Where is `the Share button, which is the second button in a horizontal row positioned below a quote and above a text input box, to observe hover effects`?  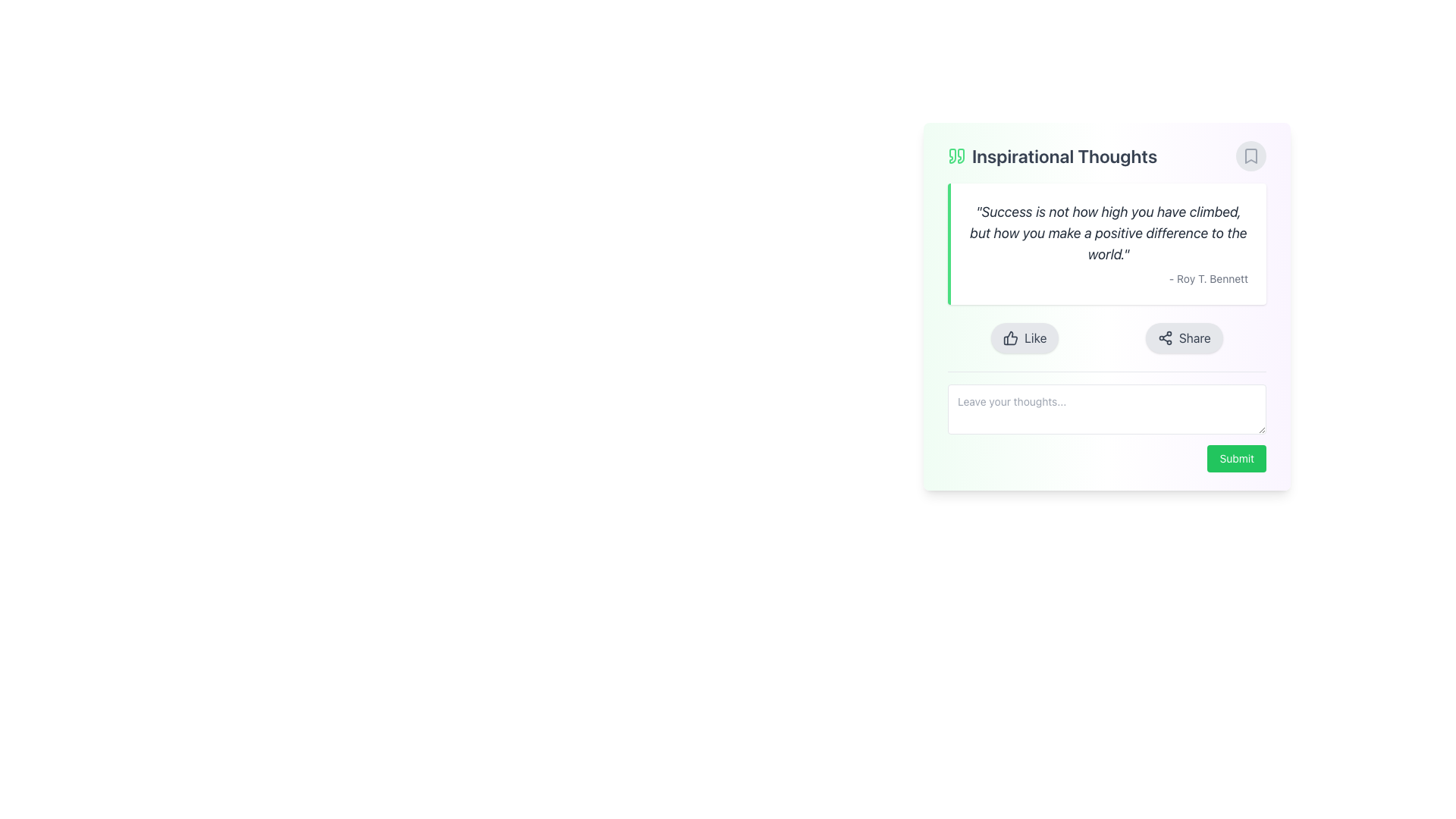
the Share button, which is the second button in a horizontal row positioned below a quote and above a text input box, to observe hover effects is located at coordinates (1183, 337).